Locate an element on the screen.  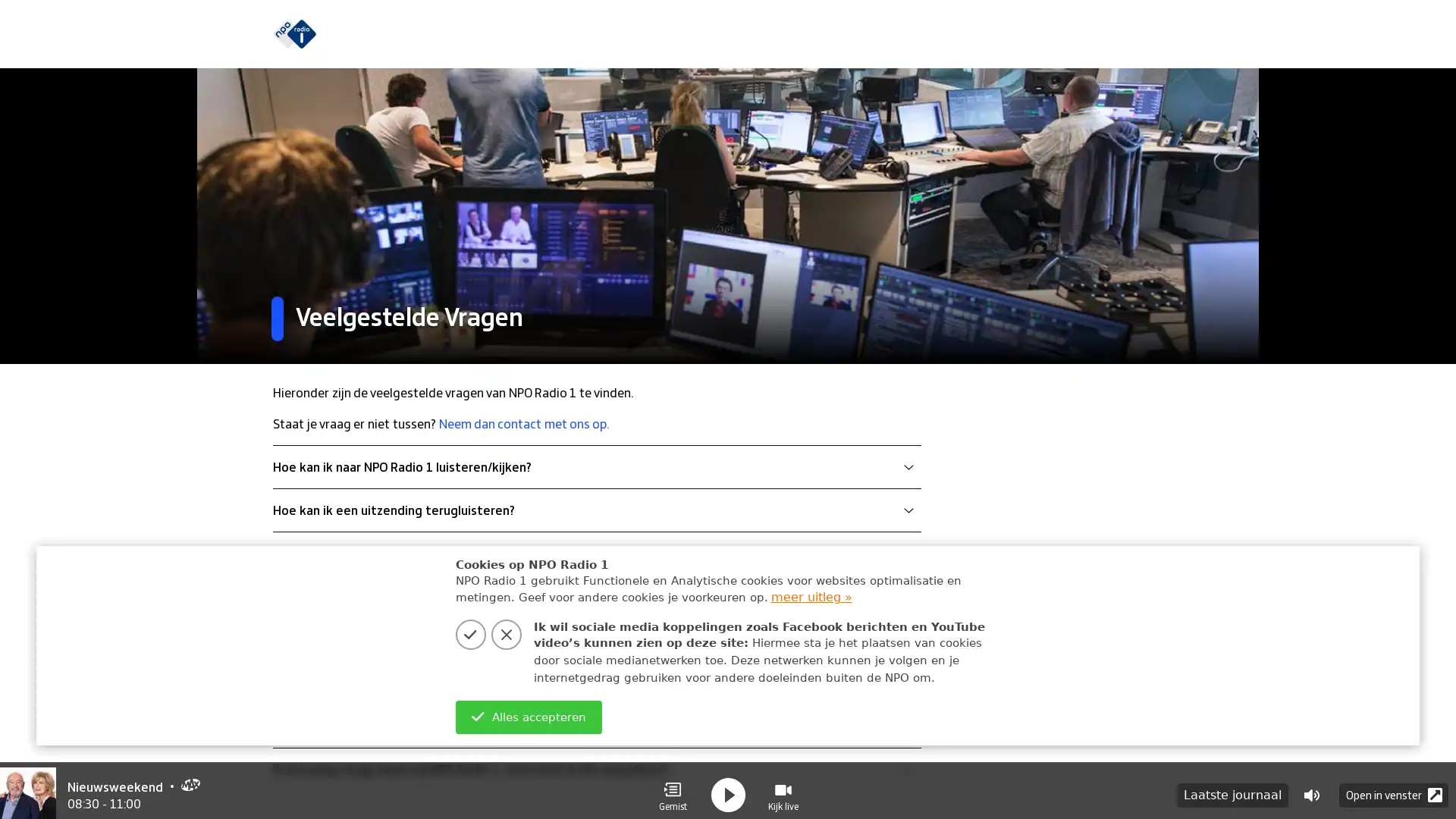
Alles accepteren is located at coordinates (528, 717).